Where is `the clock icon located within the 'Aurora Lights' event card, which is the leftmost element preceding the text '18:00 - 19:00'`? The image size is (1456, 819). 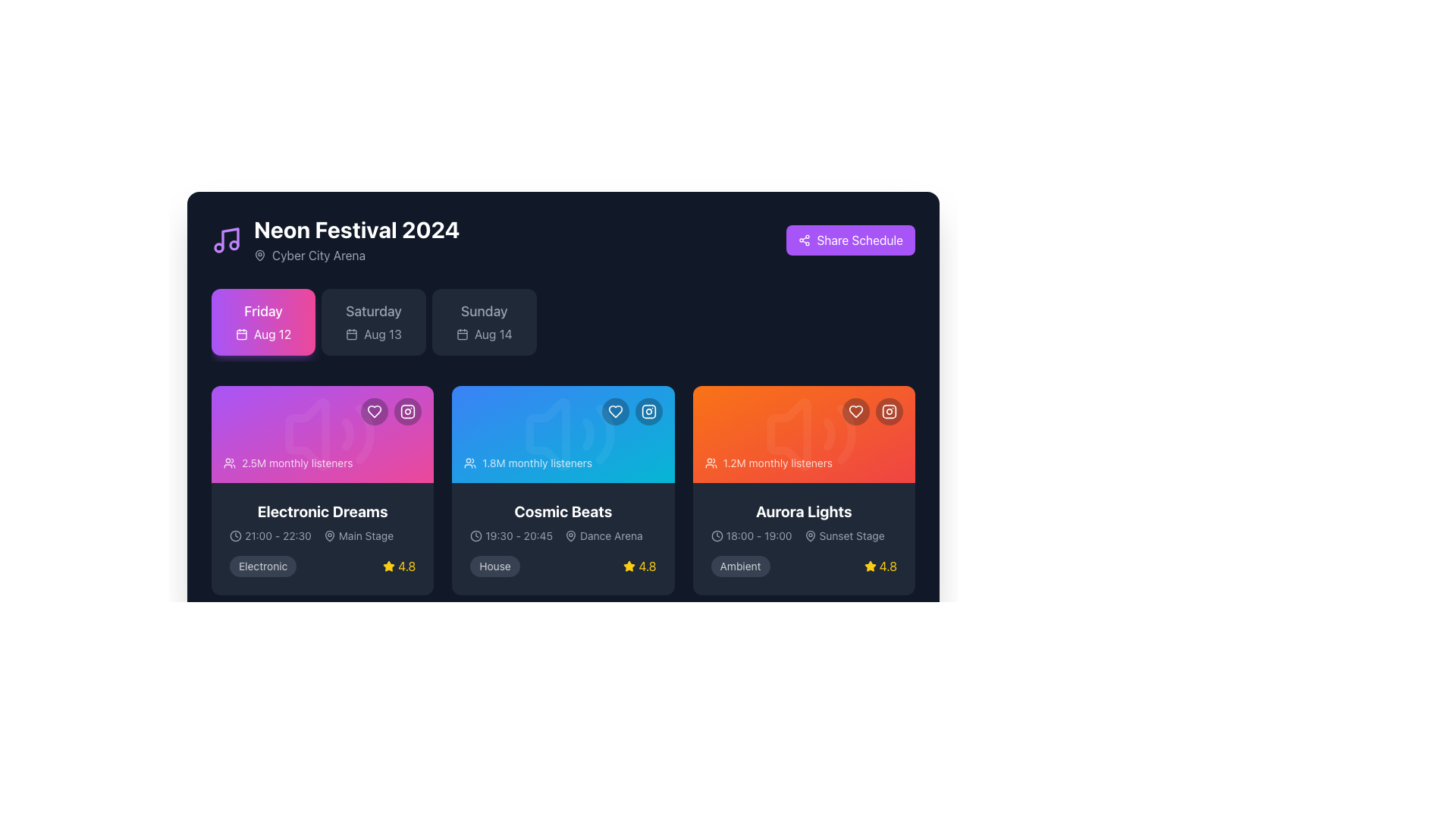 the clock icon located within the 'Aurora Lights' event card, which is the leftmost element preceding the text '18:00 - 19:00' is located at coordinates (716, 535).